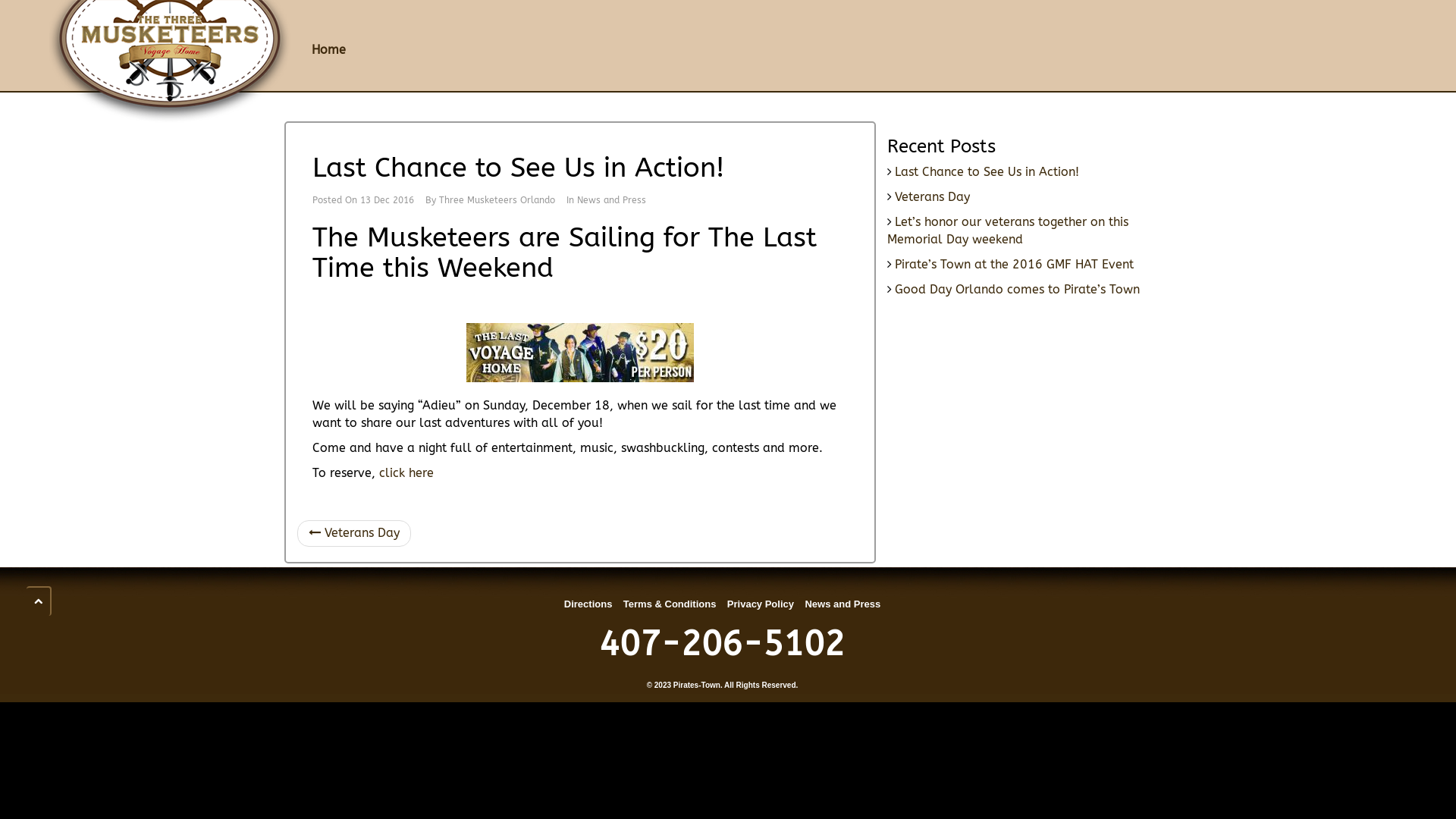  Describe the element at coordinates (328, 49) in the screenshot. I see `'Home'` at that location.